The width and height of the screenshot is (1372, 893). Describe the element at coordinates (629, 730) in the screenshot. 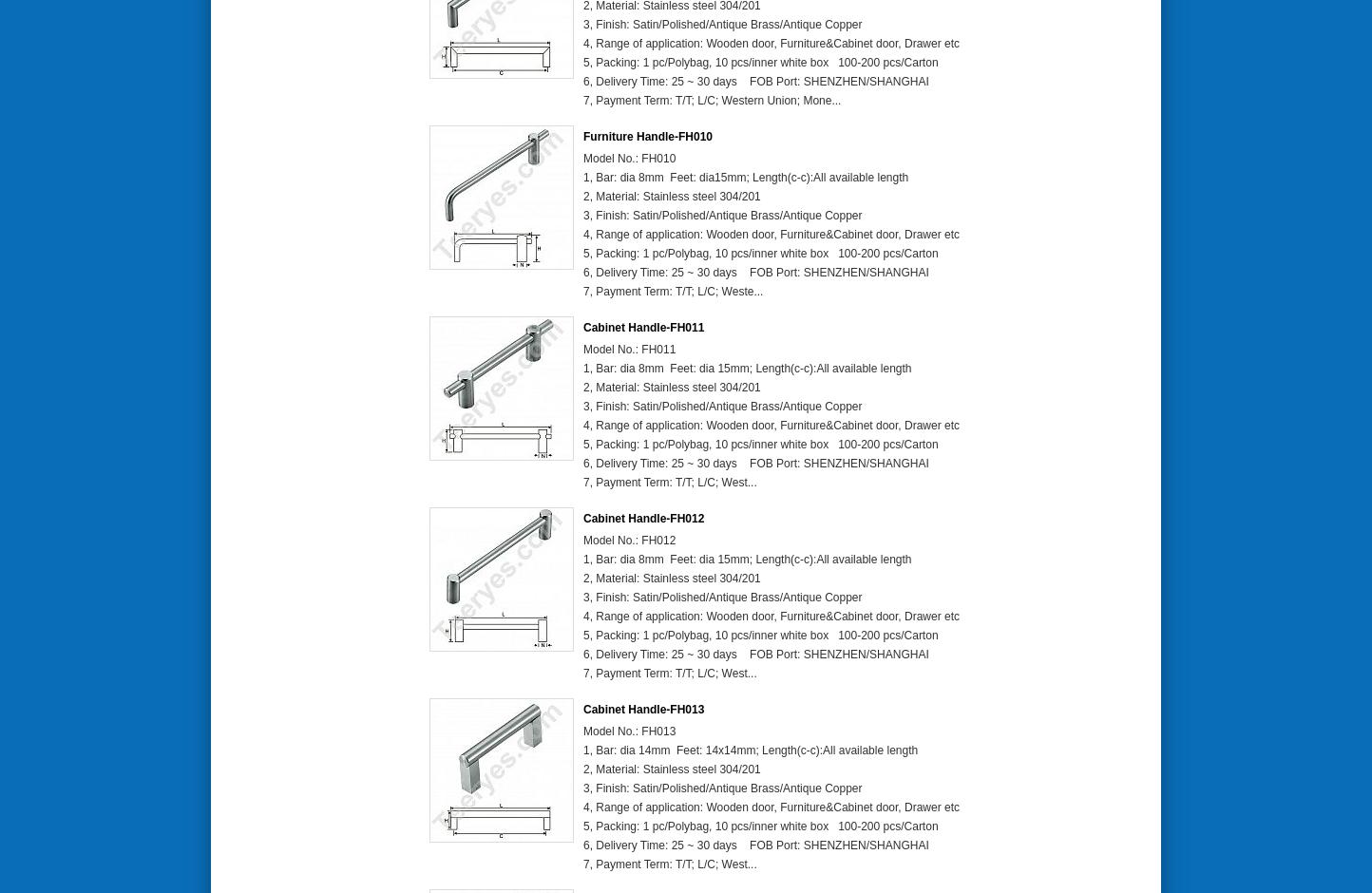

I see `'Model No.: FH013'` at that location.